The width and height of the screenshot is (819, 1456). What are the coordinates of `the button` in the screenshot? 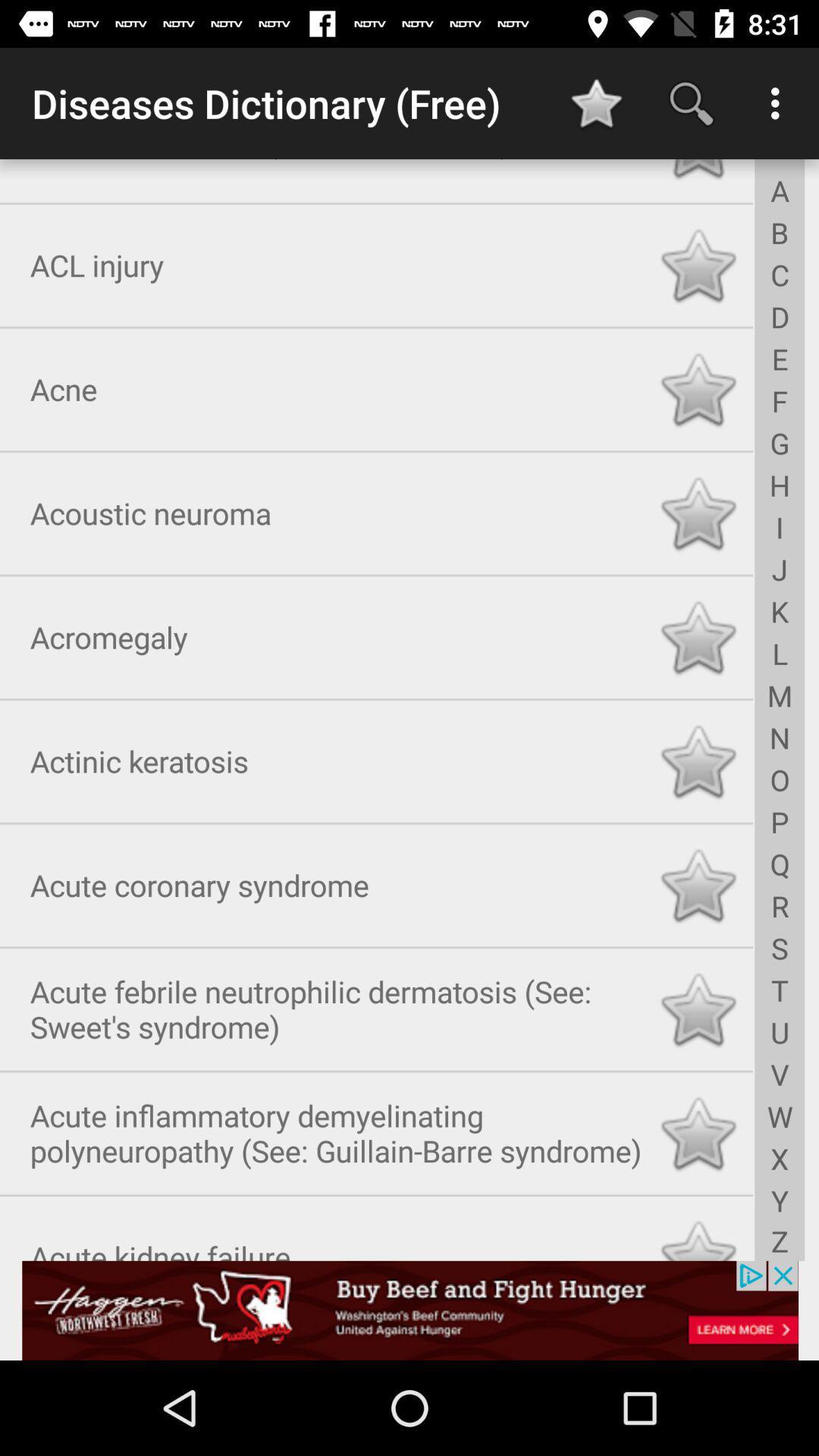 It's located at (698, 1006).